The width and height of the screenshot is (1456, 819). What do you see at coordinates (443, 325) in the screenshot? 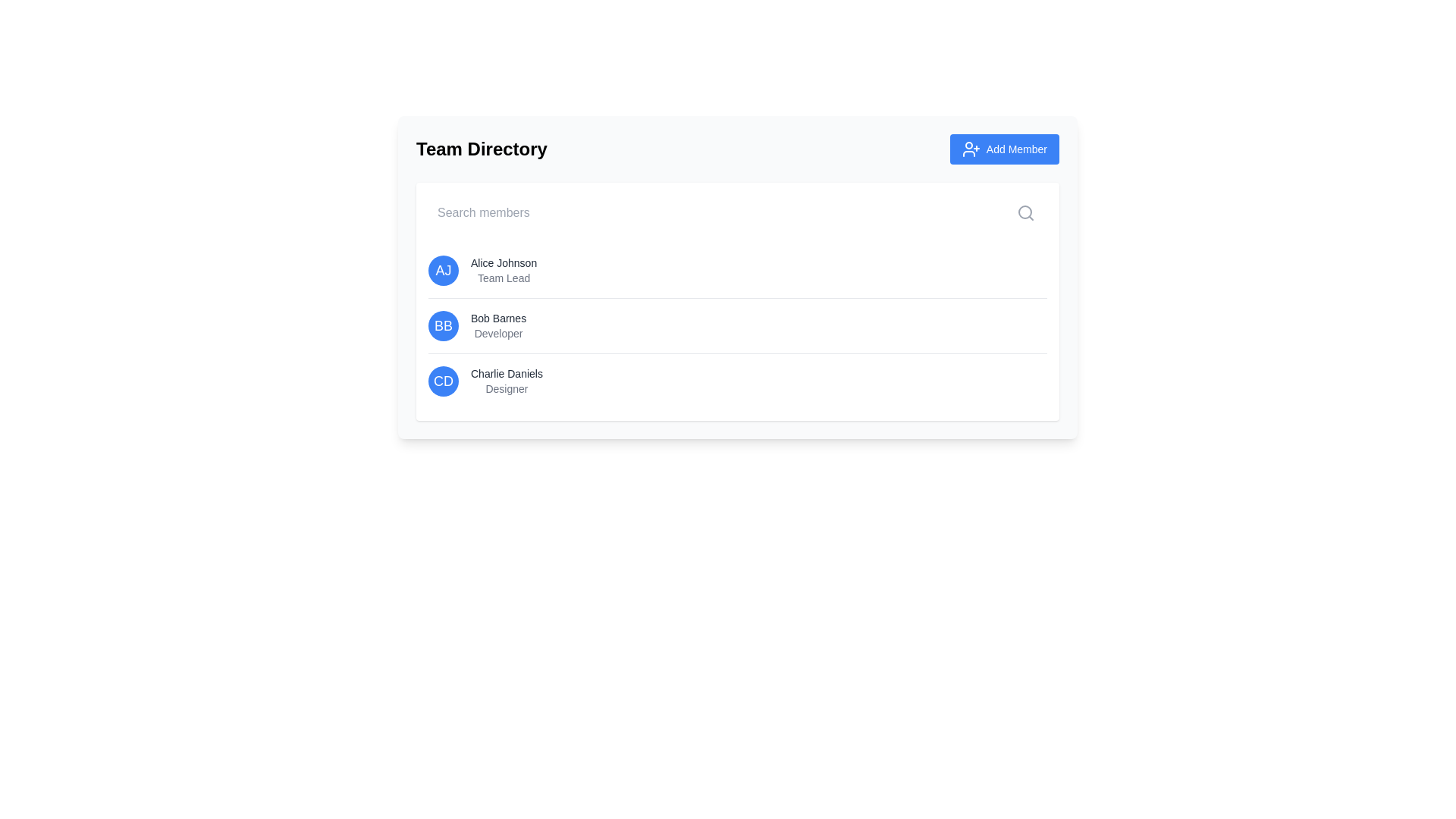
I see `the Avatar badge representing 'Bob Barnes' in the team directory listing` at bounding box center [443, 325].